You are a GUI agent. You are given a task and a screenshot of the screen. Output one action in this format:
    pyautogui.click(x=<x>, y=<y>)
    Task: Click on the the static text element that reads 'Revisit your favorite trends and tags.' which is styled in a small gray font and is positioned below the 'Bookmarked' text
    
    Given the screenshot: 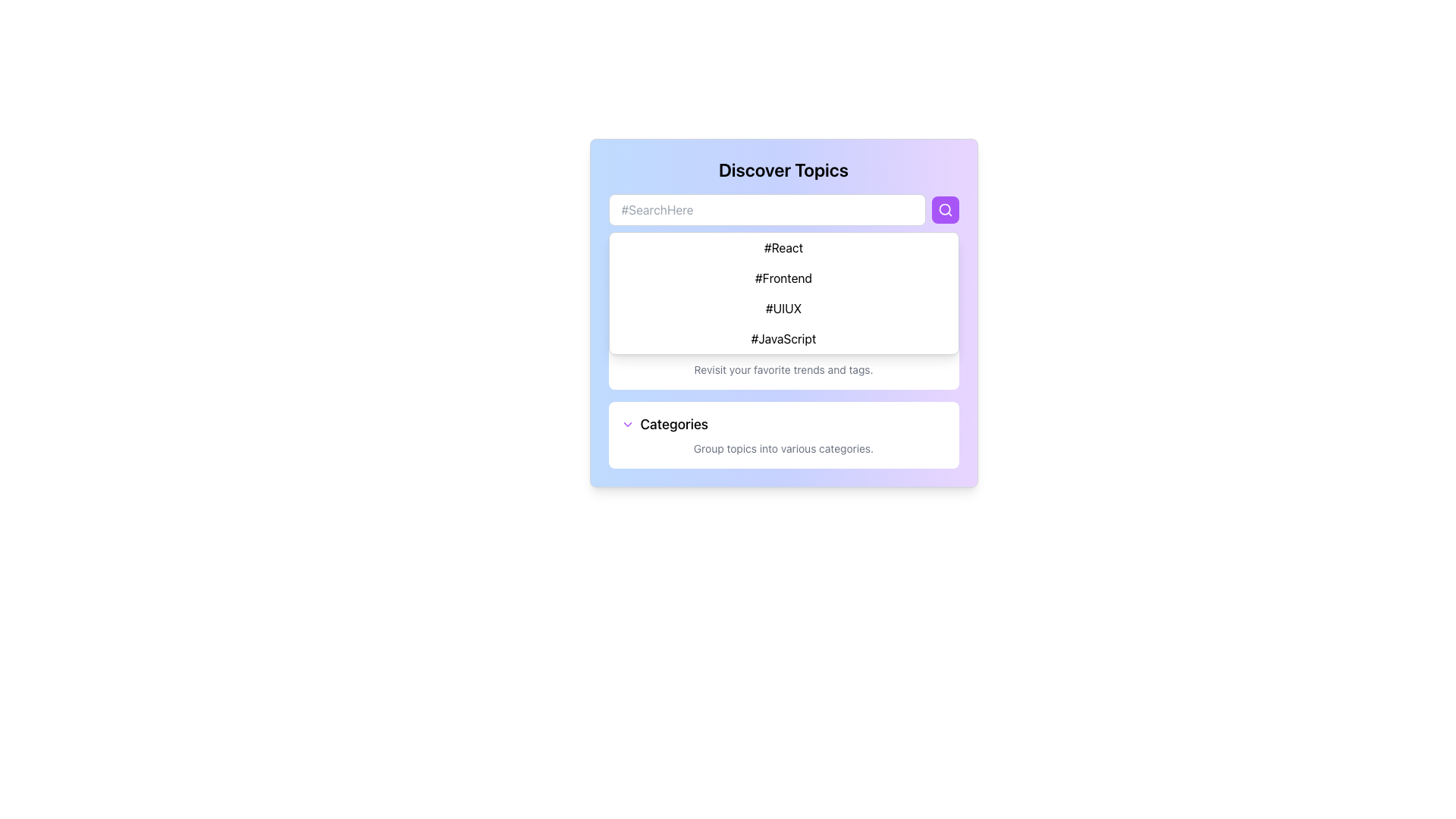 What is the action you would take?
    pyautogui.click(x=783, y=370)
    